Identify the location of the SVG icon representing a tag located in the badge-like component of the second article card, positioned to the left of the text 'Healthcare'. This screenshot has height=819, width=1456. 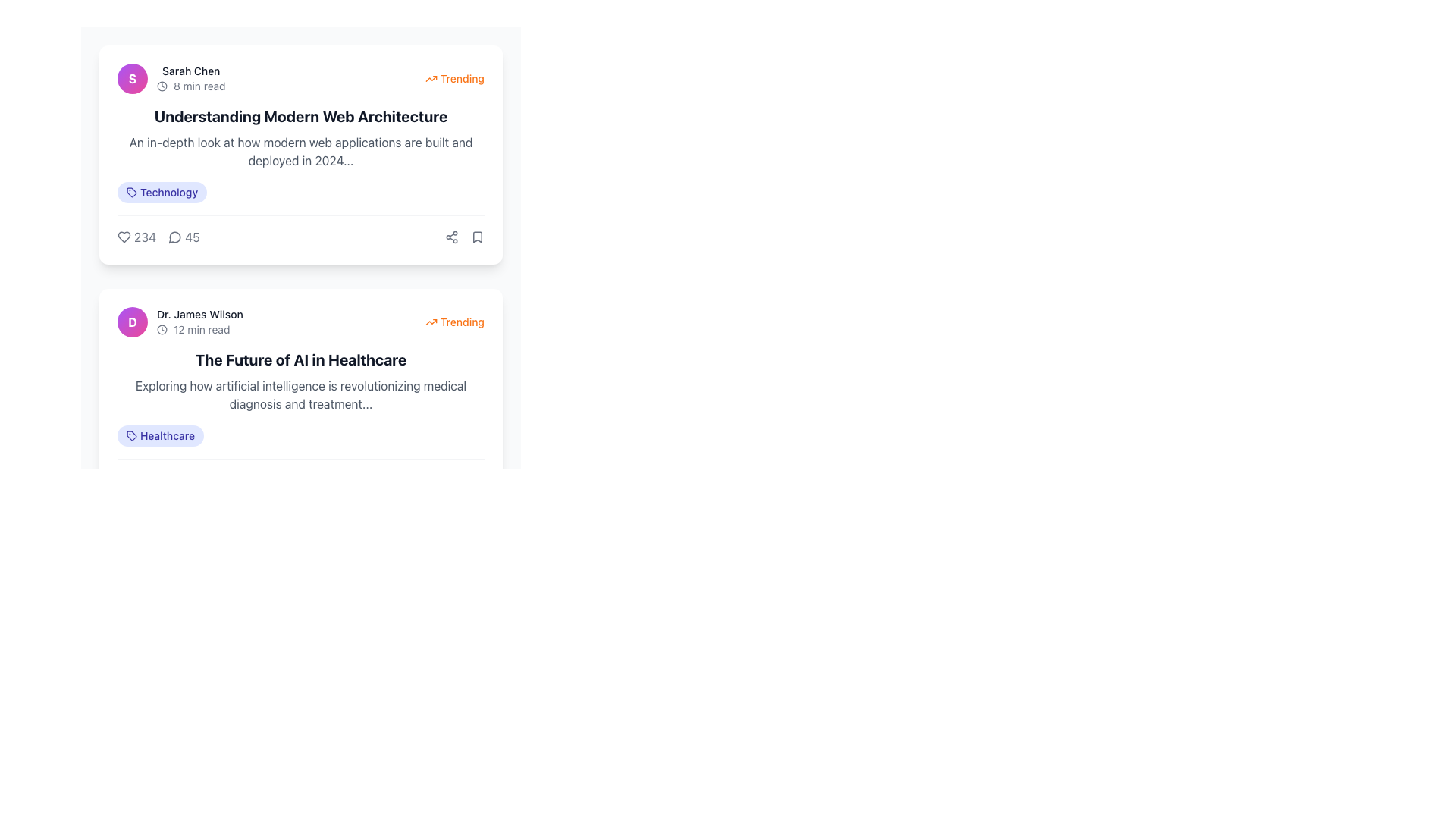
(131, 435).